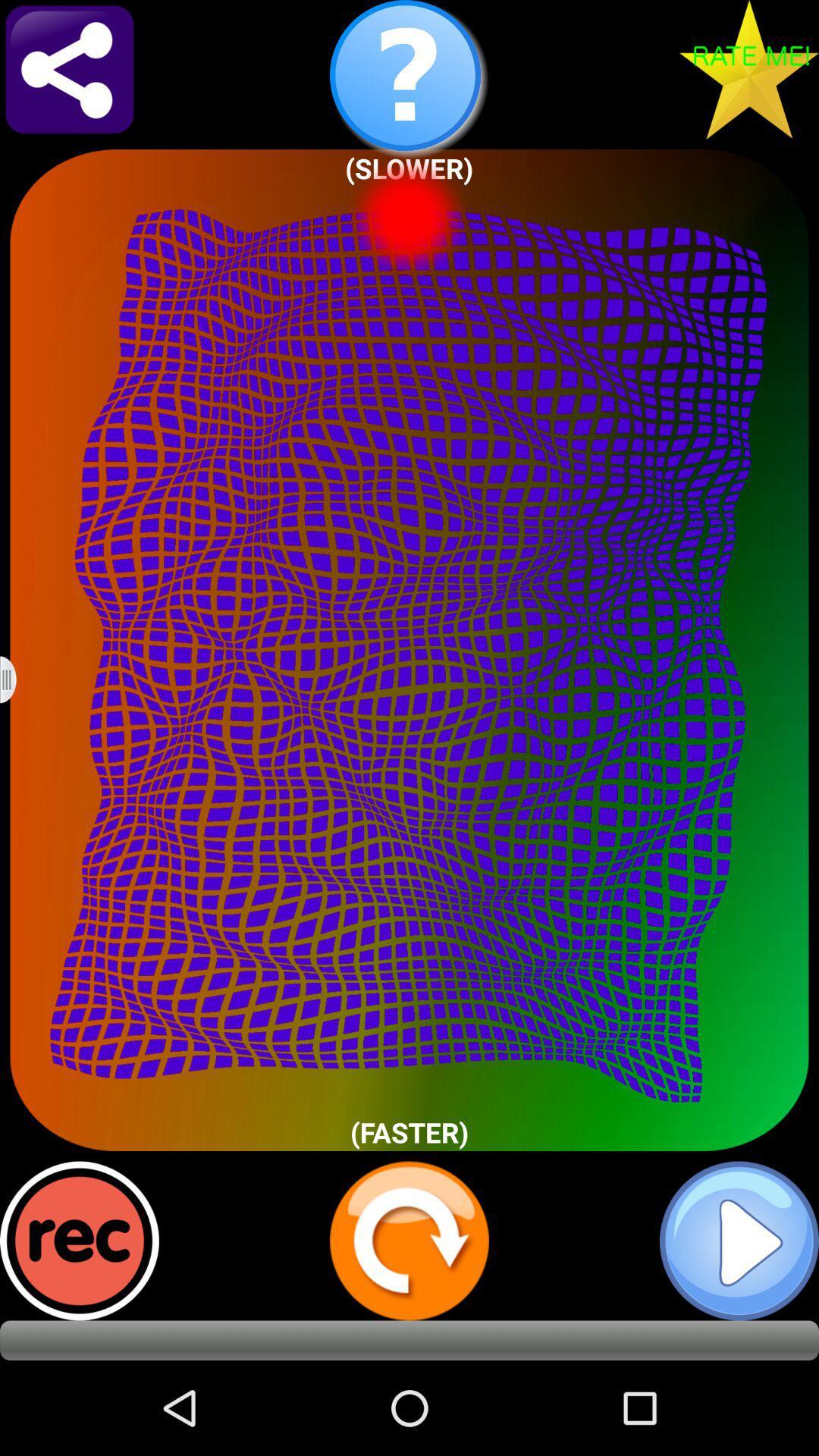  What do you see at coordinates (409, 1241) in the screenshot?
I see `replay` at bounding box center [409, 1241].